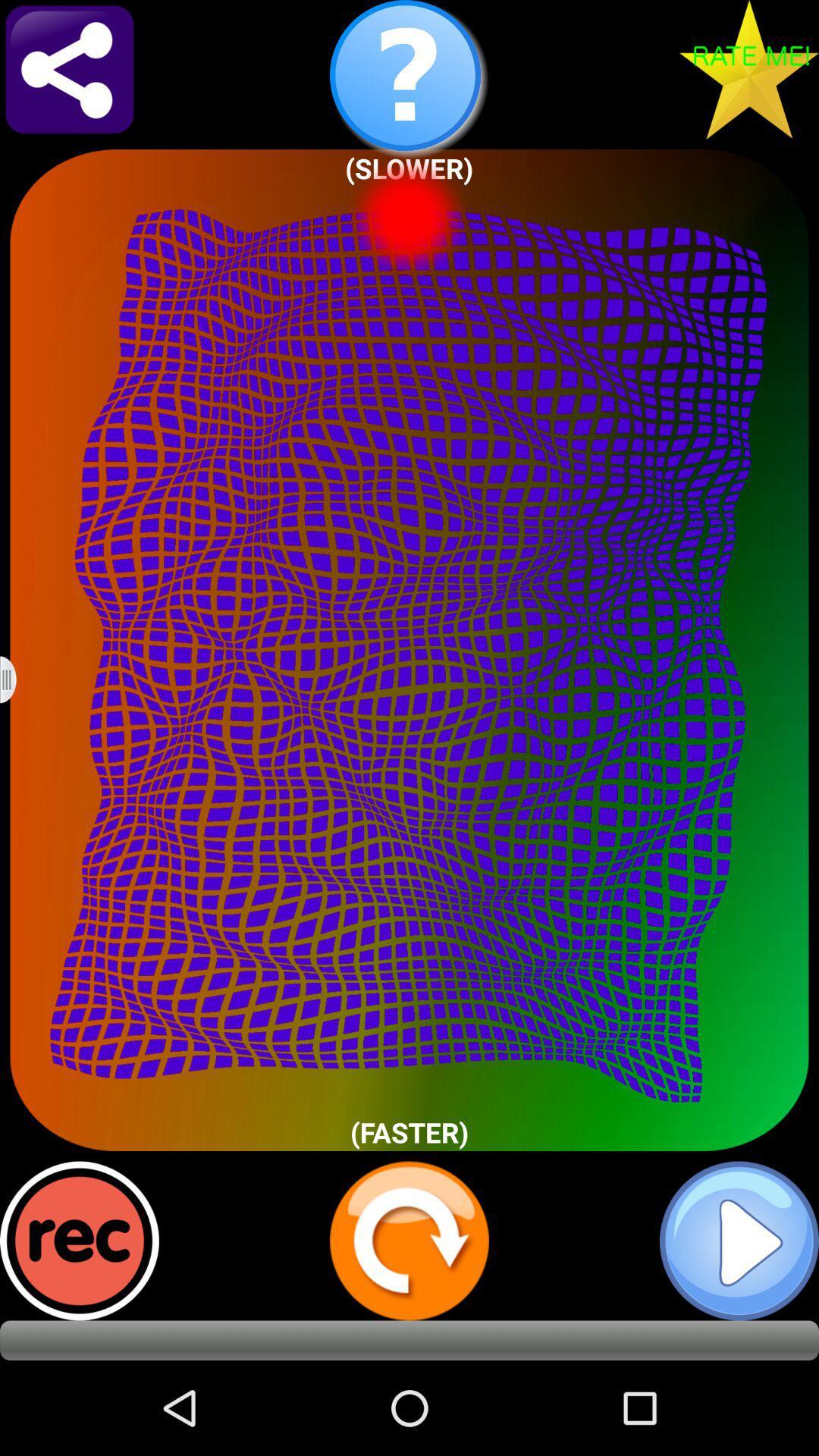  What do you see at coordinates (409, 1241) in the screenshot?
I see `replay` at bounding box center [409, 1241].